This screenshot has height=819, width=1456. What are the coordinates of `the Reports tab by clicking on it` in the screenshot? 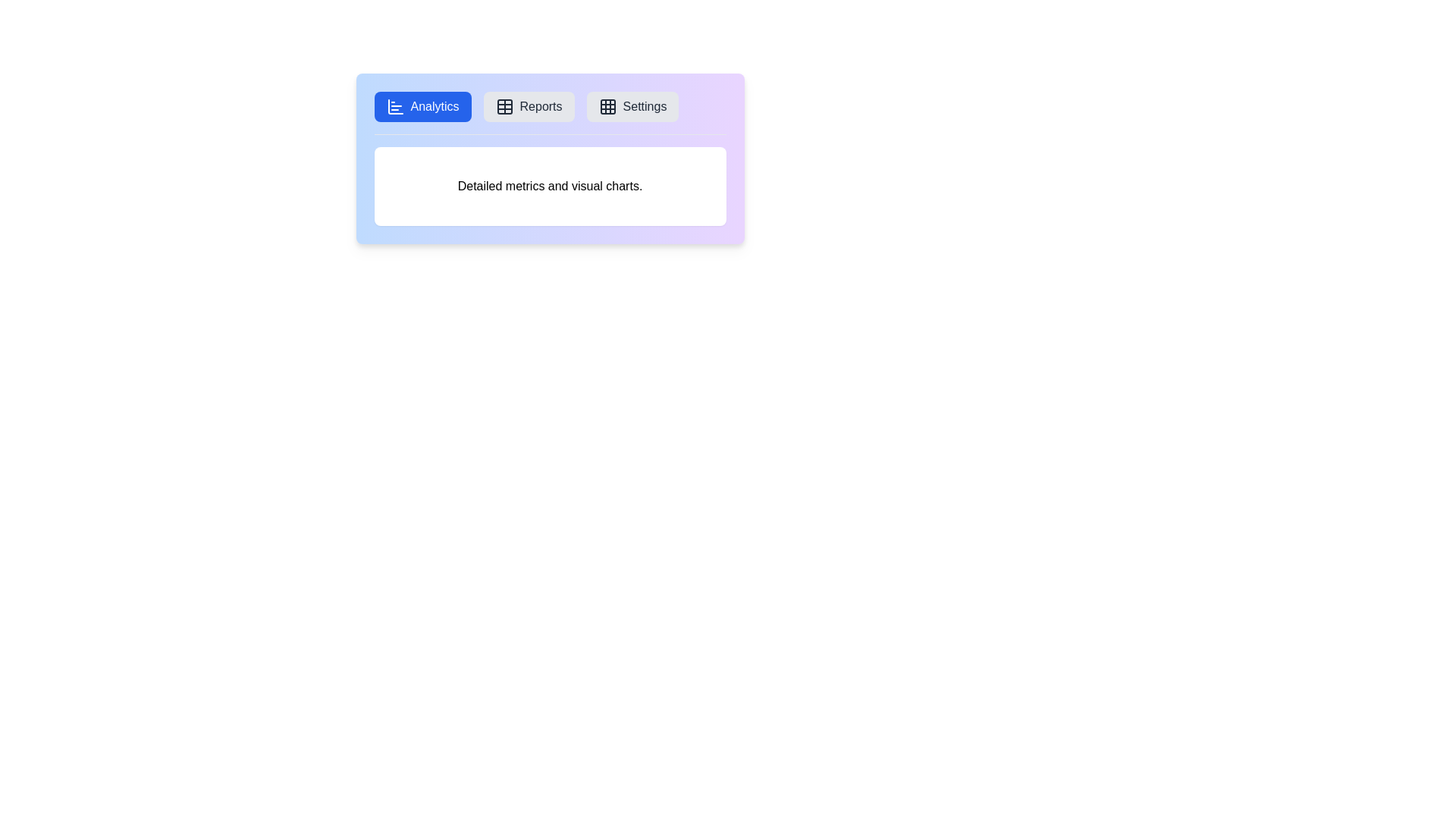 It's located at (529, 106).